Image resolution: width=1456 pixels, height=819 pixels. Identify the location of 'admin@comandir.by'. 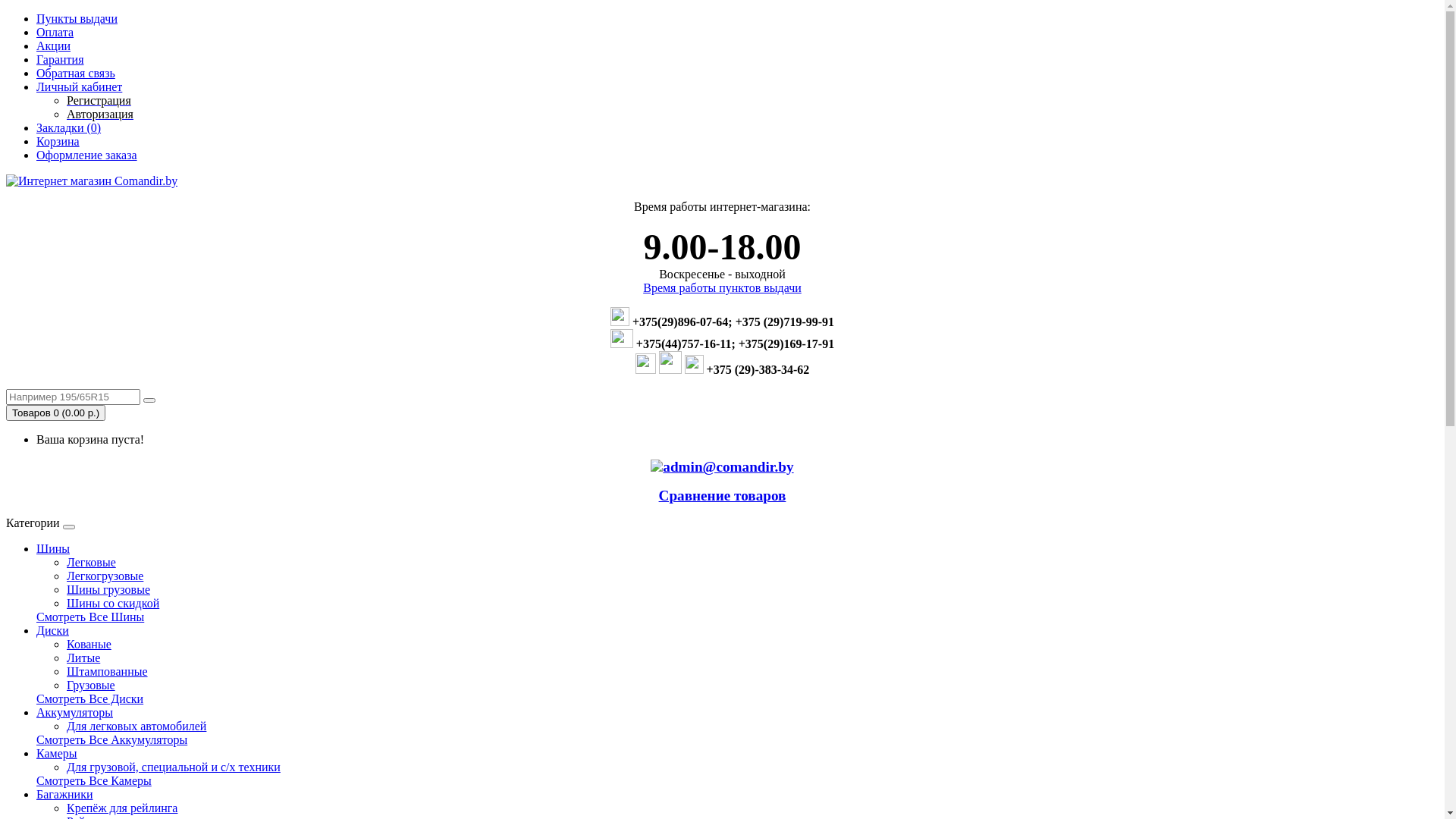
(662, 466).